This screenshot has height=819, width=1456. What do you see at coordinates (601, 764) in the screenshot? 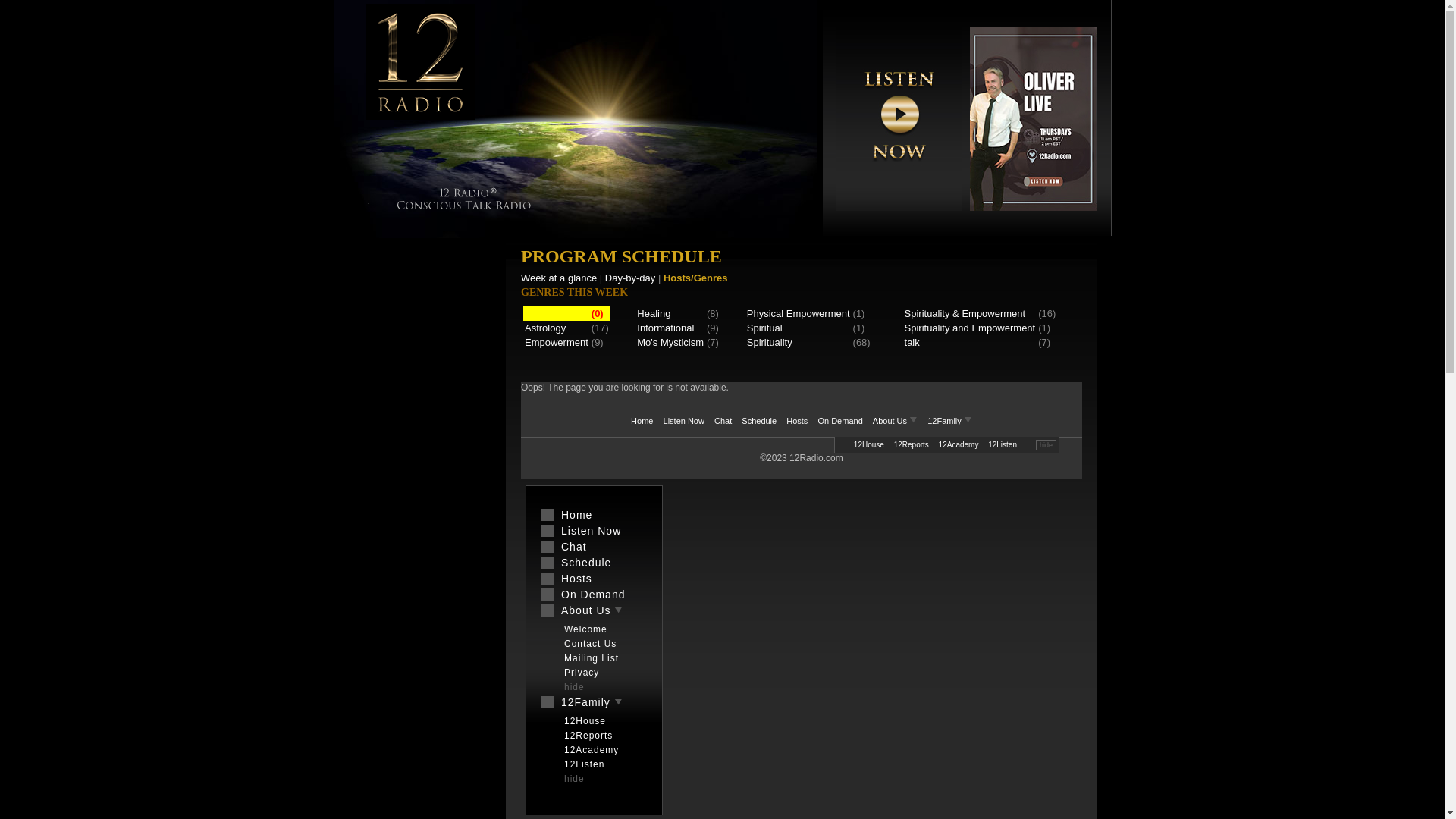
I see `'12Listen'` at bounding box center [601, 764].